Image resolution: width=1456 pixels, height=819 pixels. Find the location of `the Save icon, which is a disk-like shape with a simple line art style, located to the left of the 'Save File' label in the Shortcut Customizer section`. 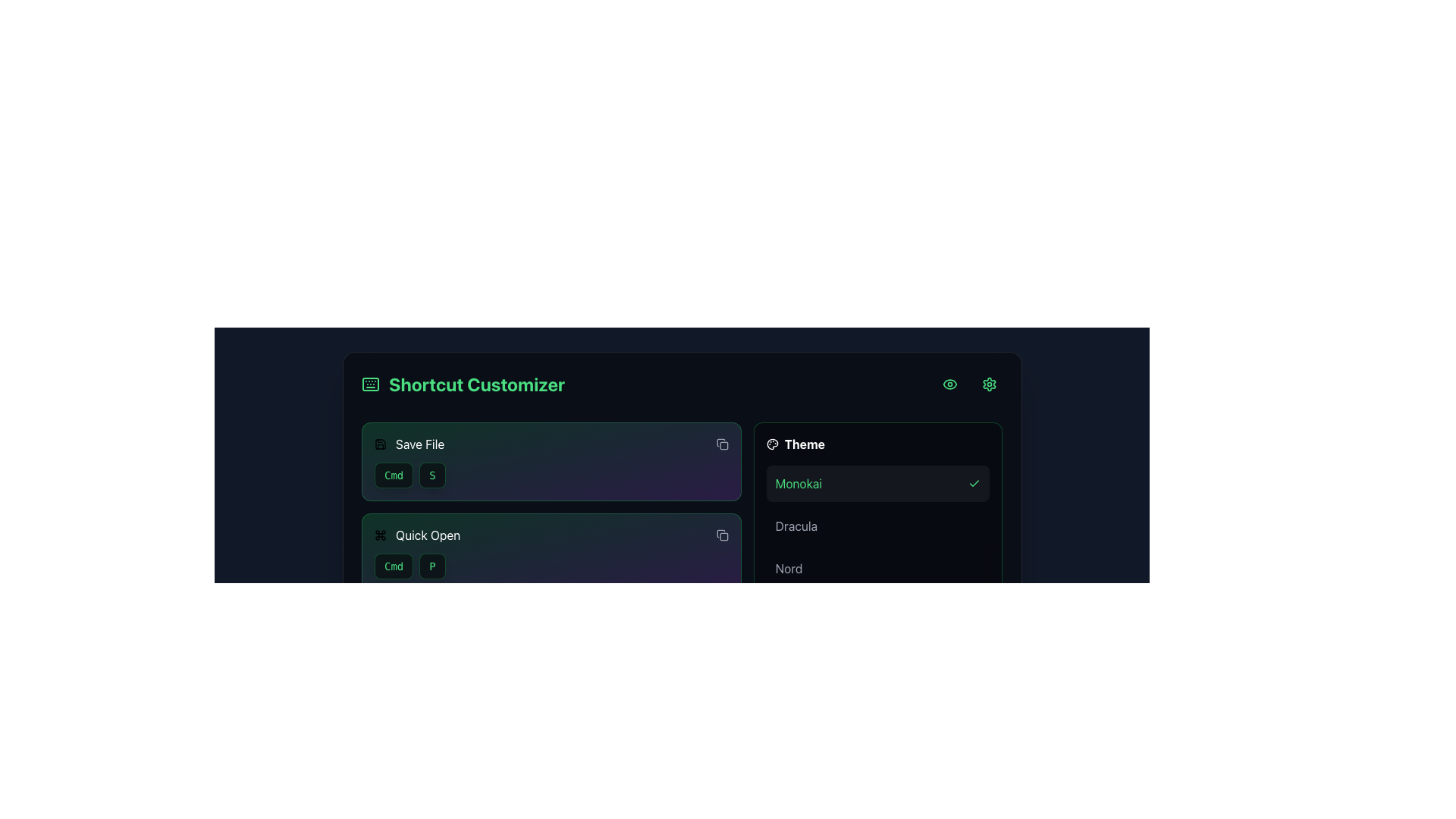

the Save icon, which is a disk-like shape with a simple line art style, located to the left of the 'Save File' label in the Shortcut Customizer section is located at coordinates (380, 444).